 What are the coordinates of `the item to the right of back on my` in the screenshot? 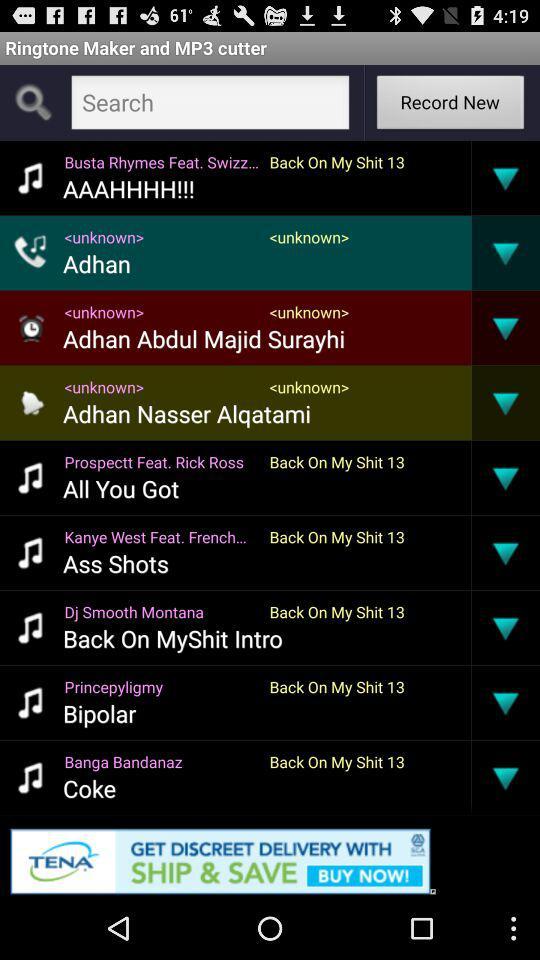 It's located at (471, 626).